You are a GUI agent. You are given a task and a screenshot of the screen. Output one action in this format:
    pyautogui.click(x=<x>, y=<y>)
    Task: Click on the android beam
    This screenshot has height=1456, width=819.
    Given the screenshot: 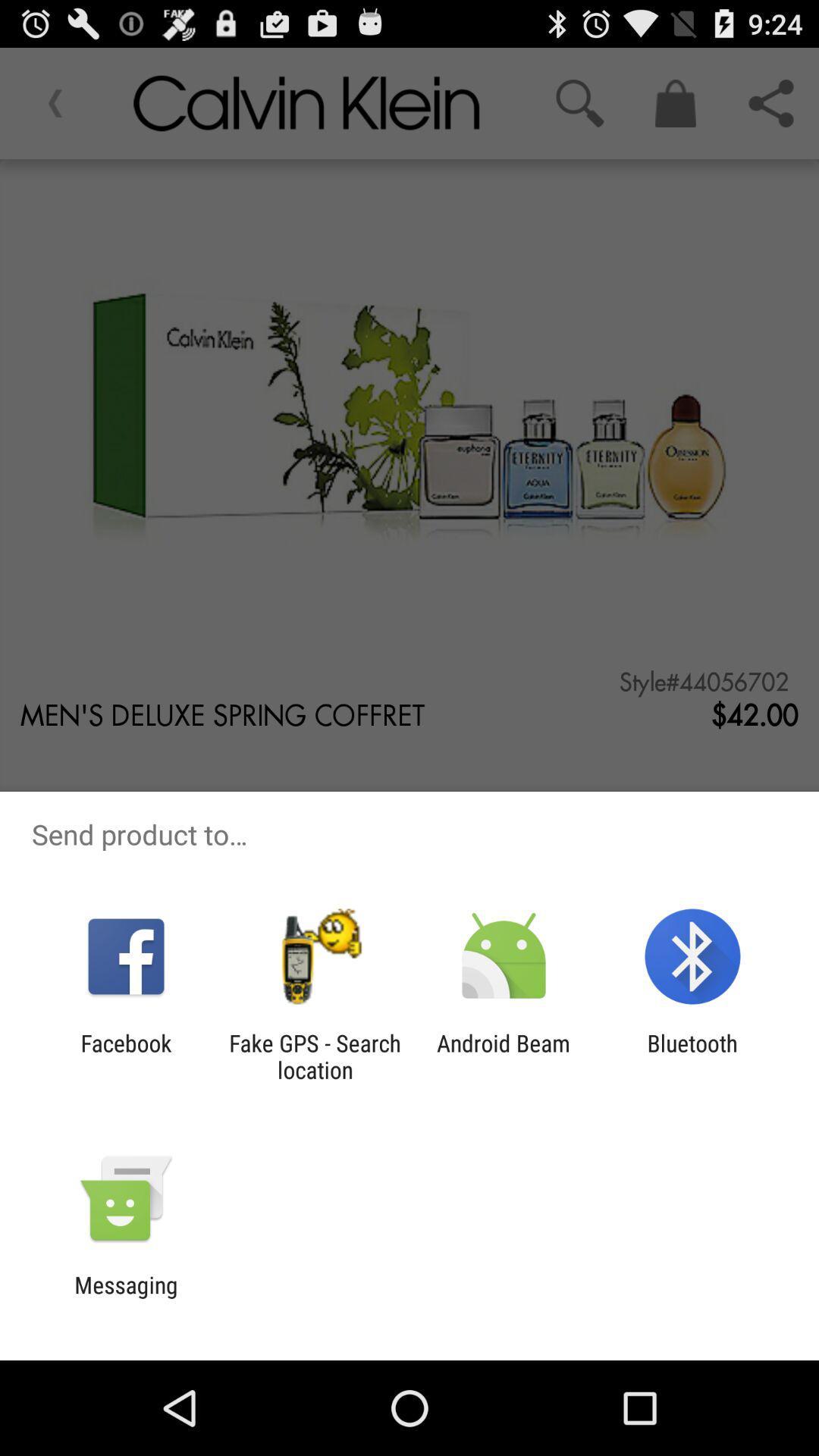 What is the action you would take?
    pyautogui.click(x=504, y=1056)
    